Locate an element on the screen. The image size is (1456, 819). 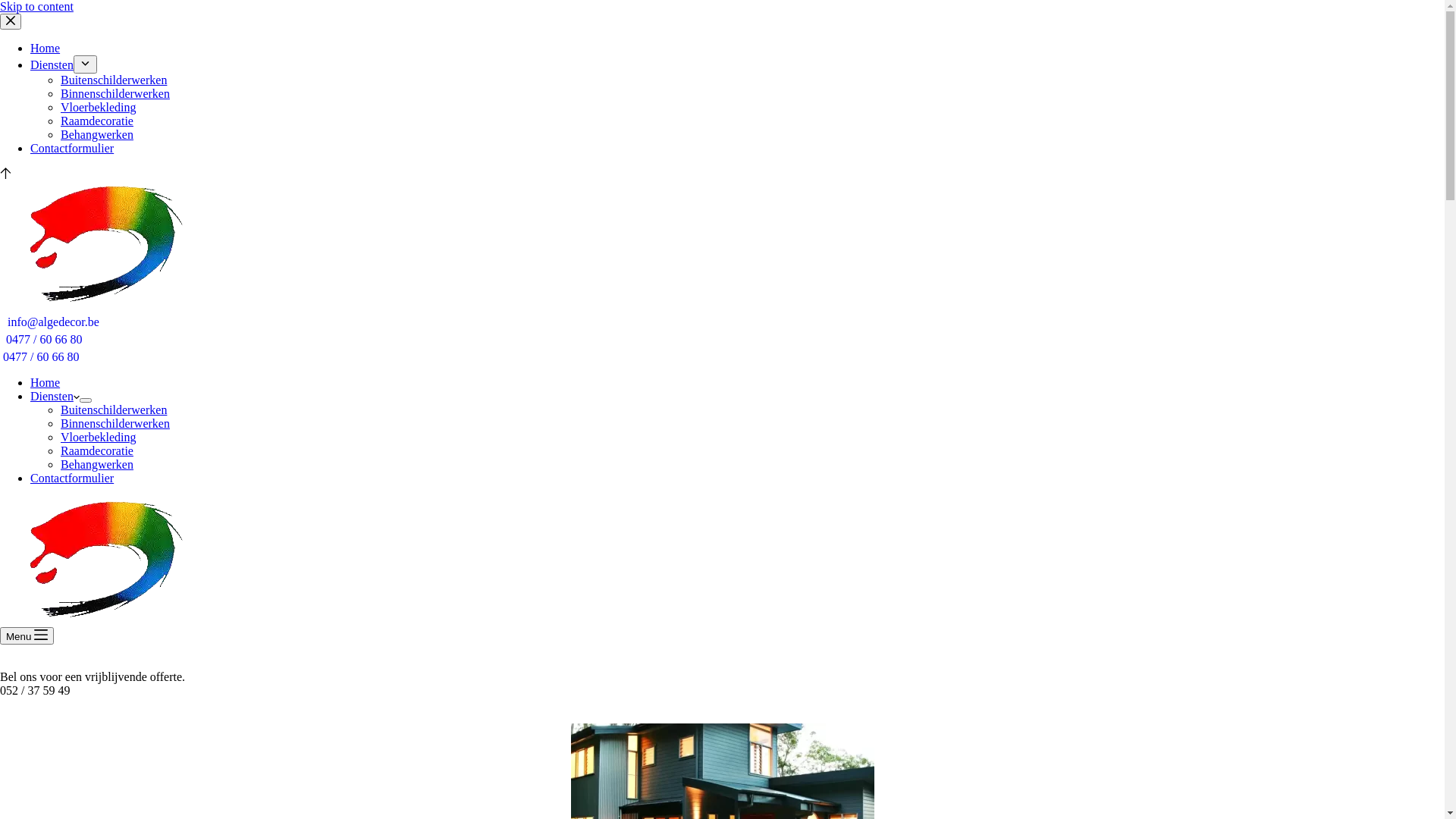
'Binnenschilderwerken' is located at coordinates (61, 423).